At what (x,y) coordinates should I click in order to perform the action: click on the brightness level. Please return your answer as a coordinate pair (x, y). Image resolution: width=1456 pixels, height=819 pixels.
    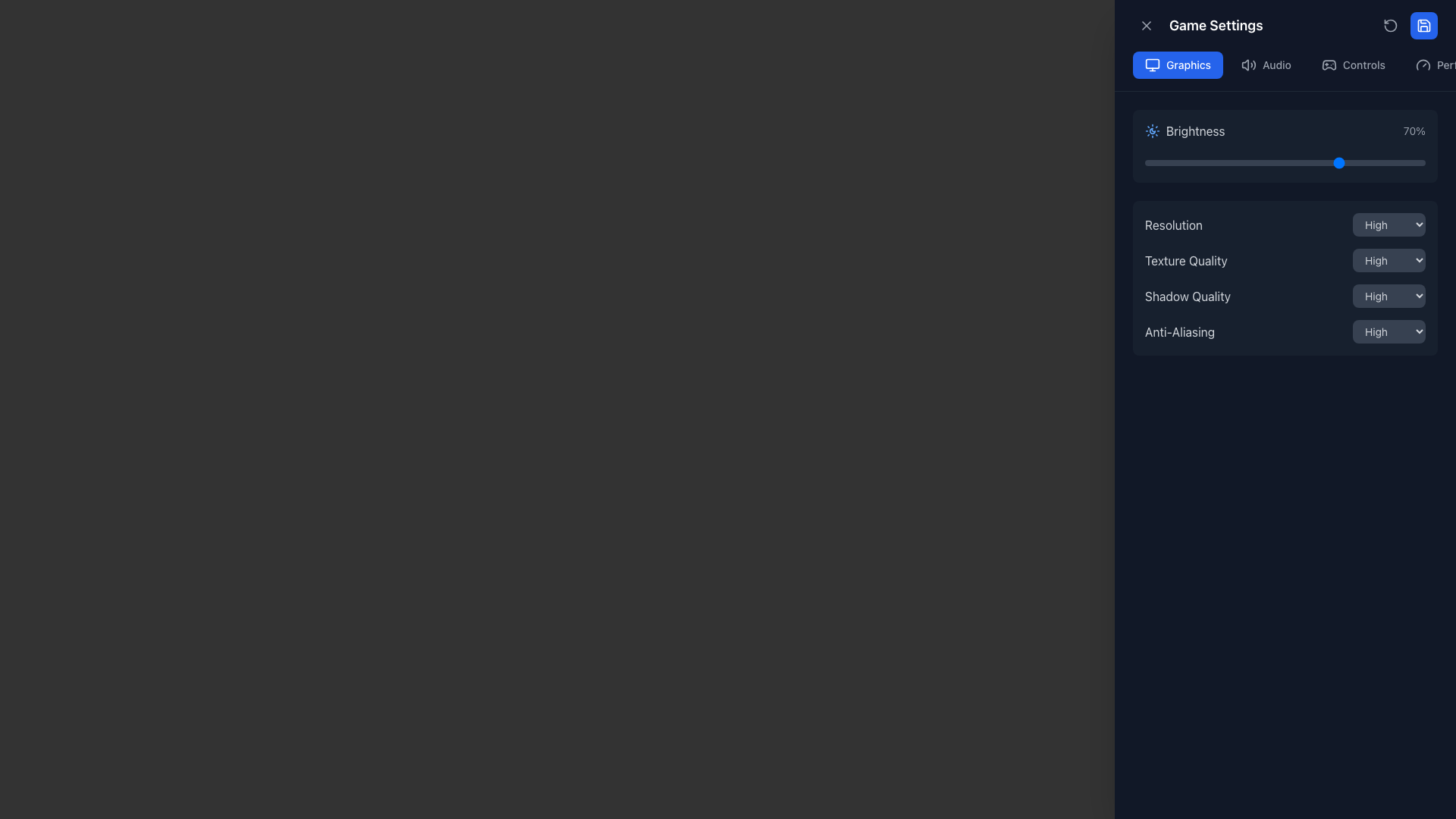
    Looking at the image, I should click on (1372, 163).